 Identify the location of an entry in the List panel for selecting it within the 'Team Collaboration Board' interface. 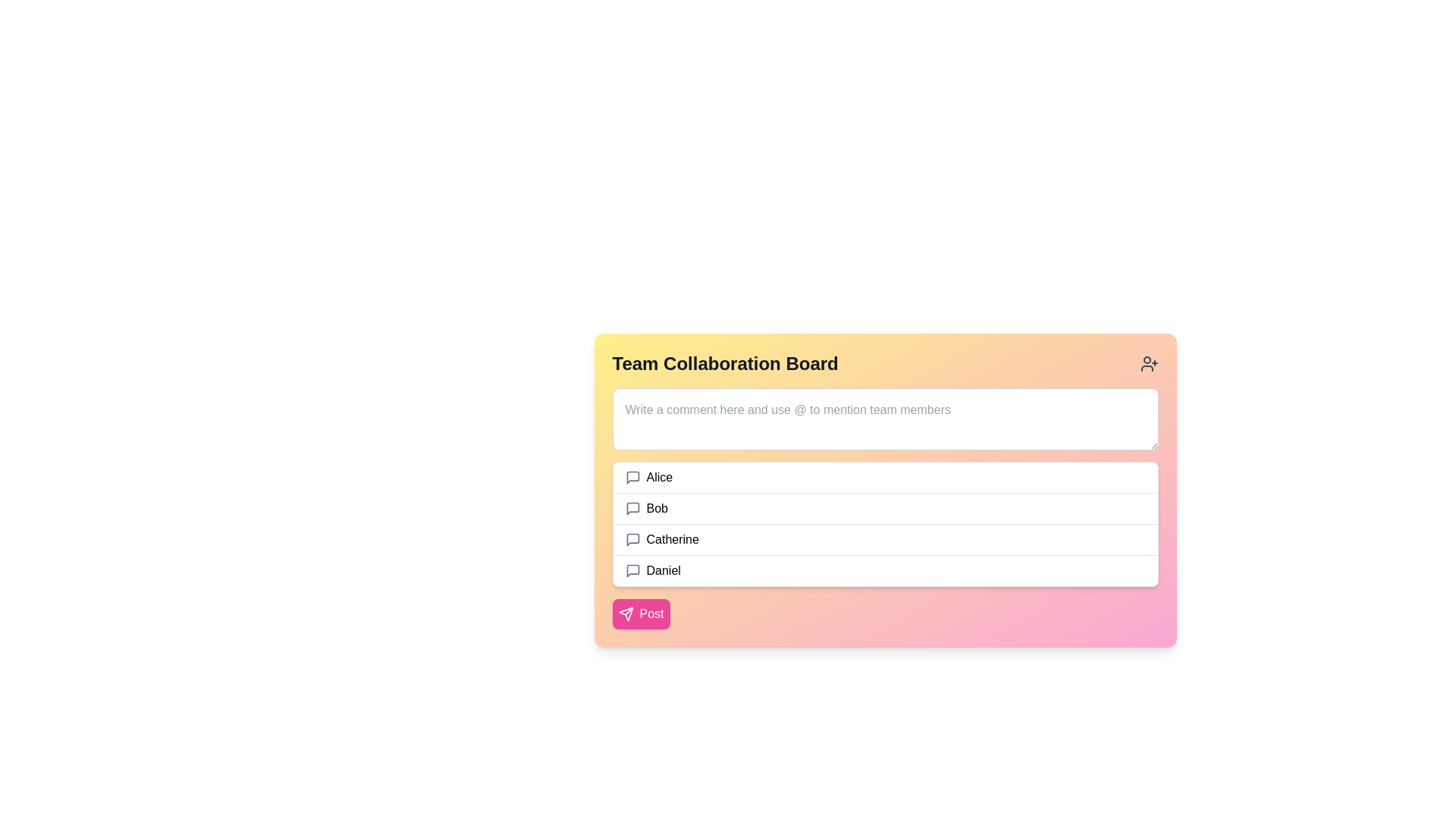
(885, 523).